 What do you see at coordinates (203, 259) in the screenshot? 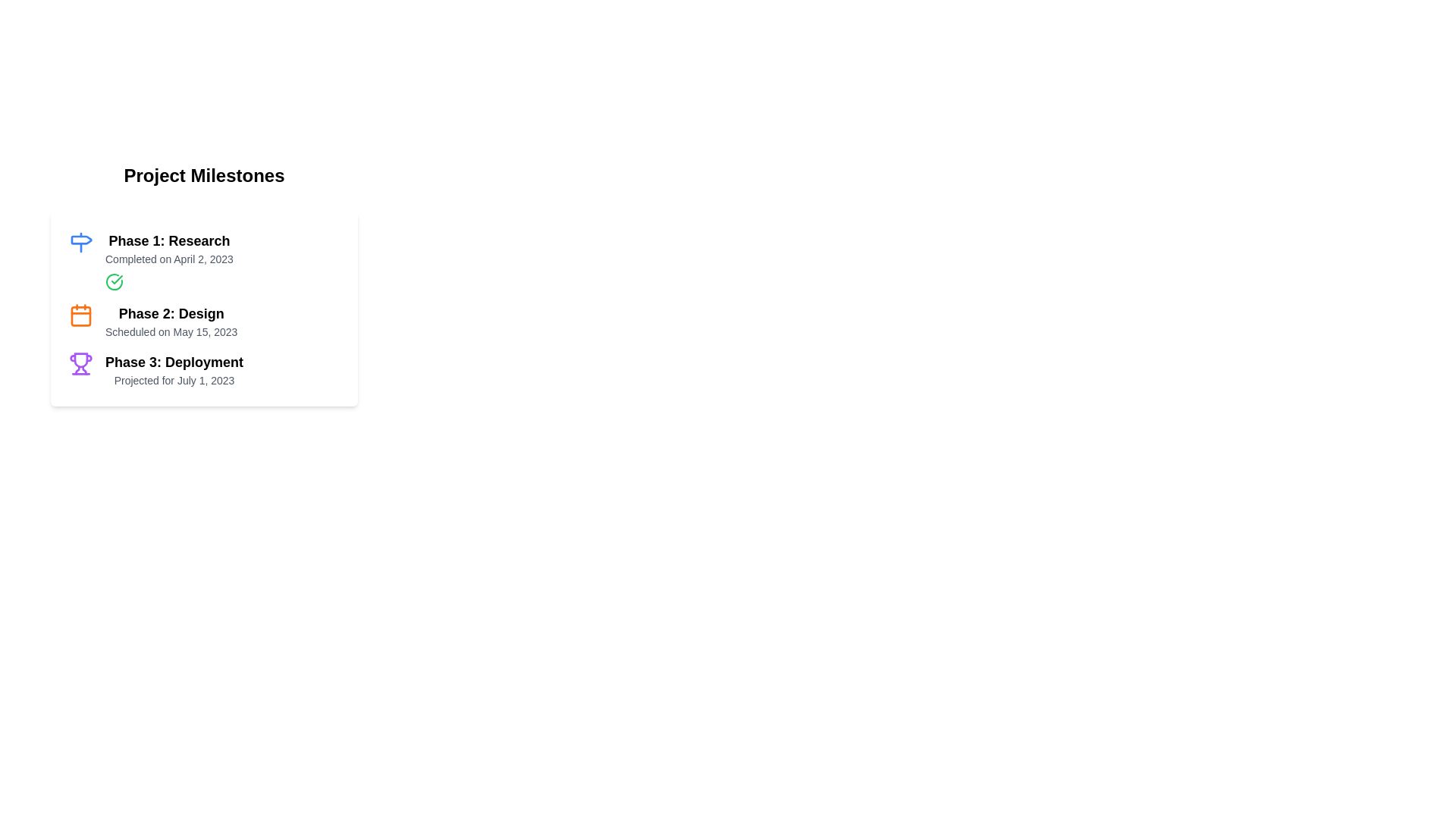
I see `the milestone titled 'Phase 1: Research'` at bounding box center [203, 259].